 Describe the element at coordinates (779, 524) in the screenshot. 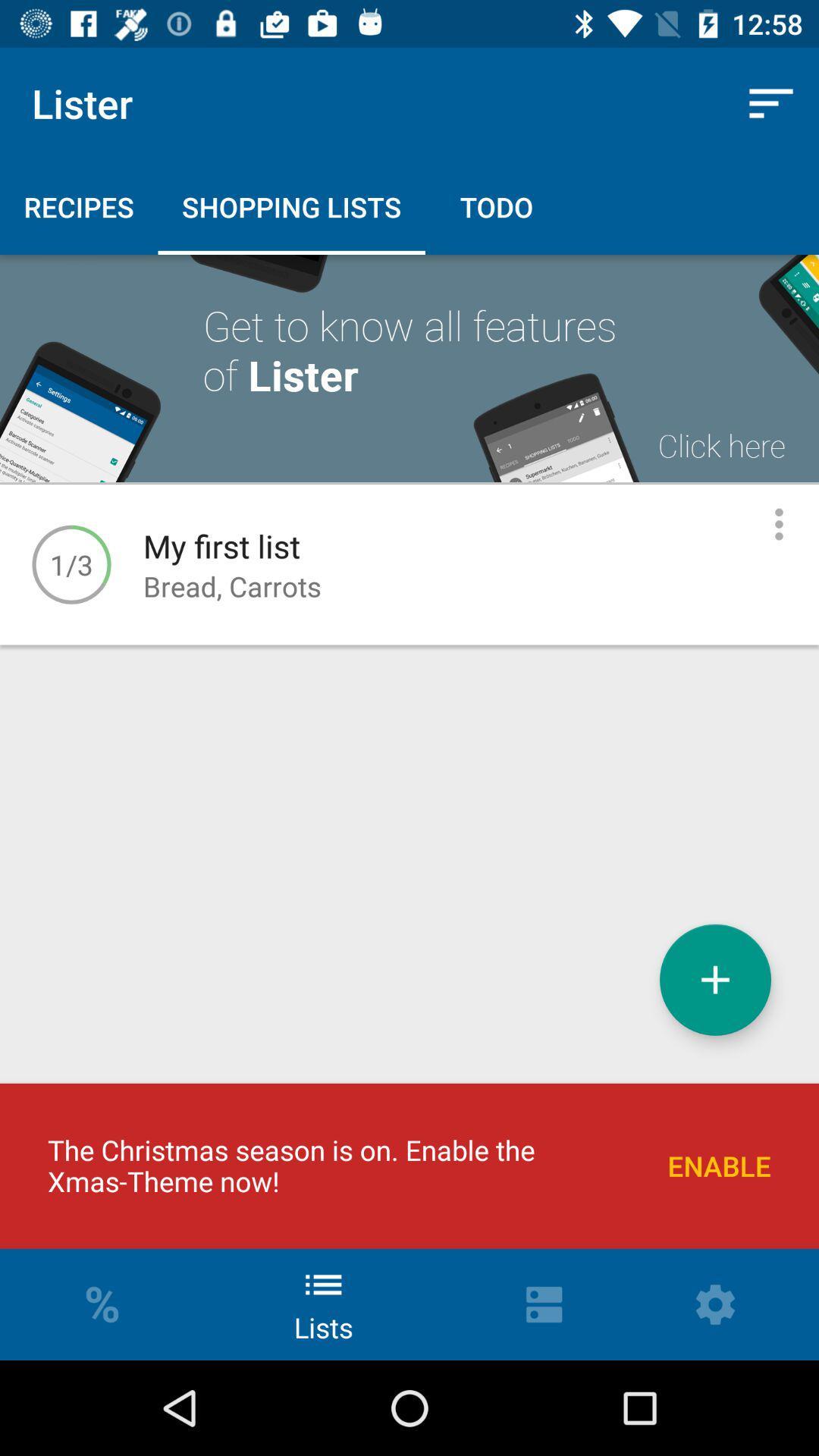

I see `drop down menu of options` at that location.